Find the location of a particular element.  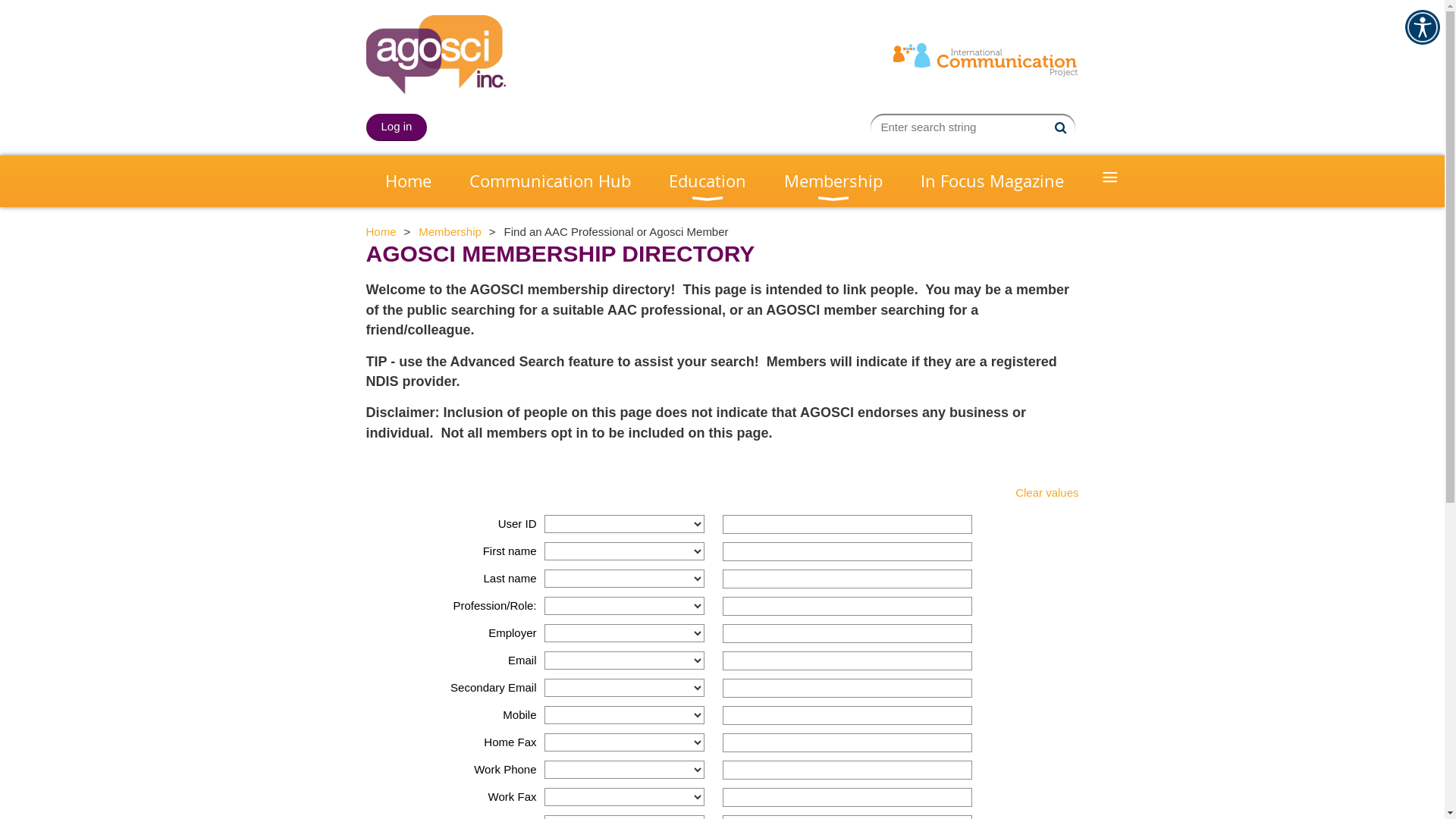

'Clear values' is located at coordinates (1015, 492).